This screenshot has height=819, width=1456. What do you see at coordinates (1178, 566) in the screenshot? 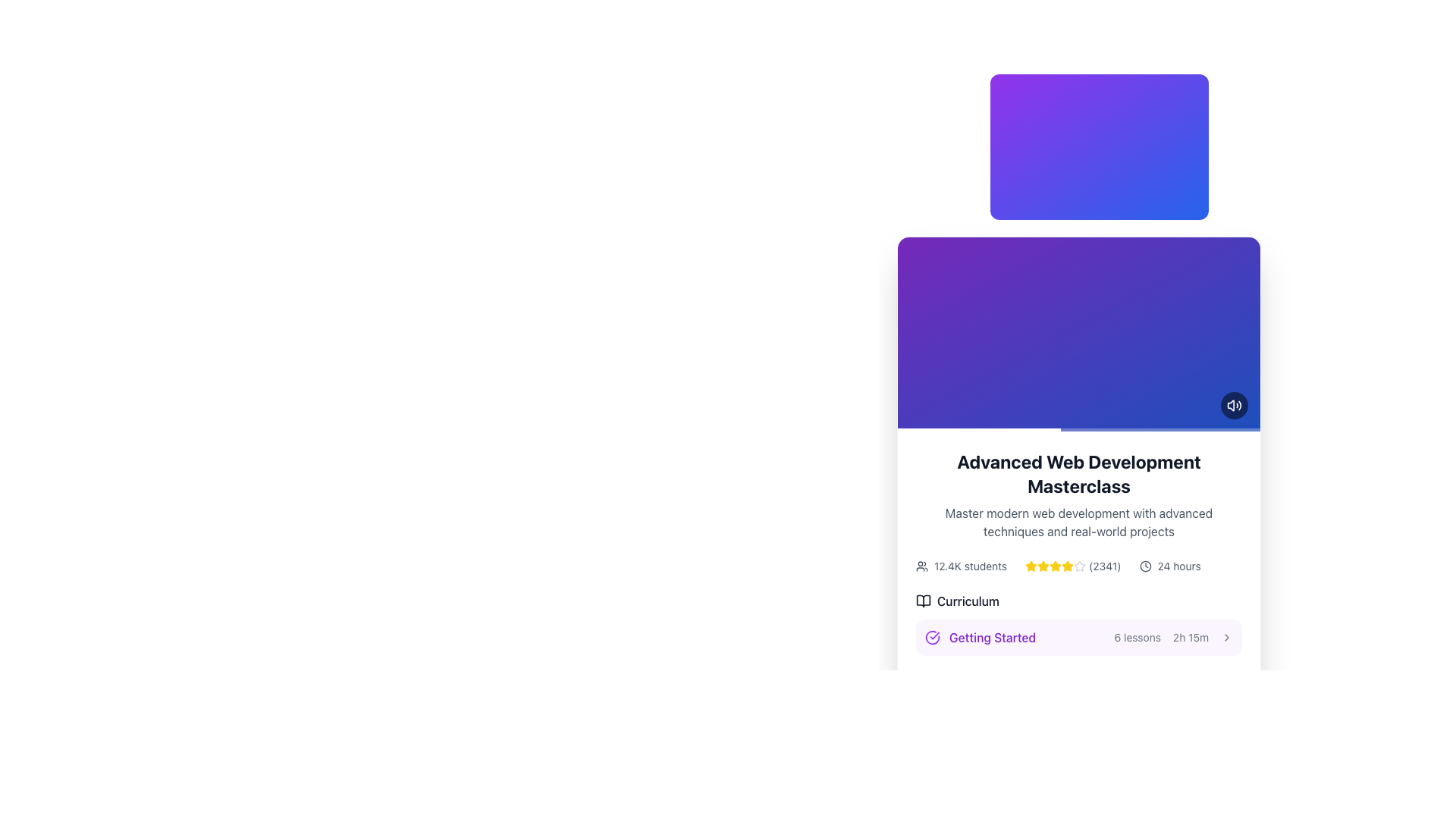
I see `informational text label displaying '24 hours' located at the bottom-right section of the card-like layout, following the clock icon` at bounding box center [1178, 566].